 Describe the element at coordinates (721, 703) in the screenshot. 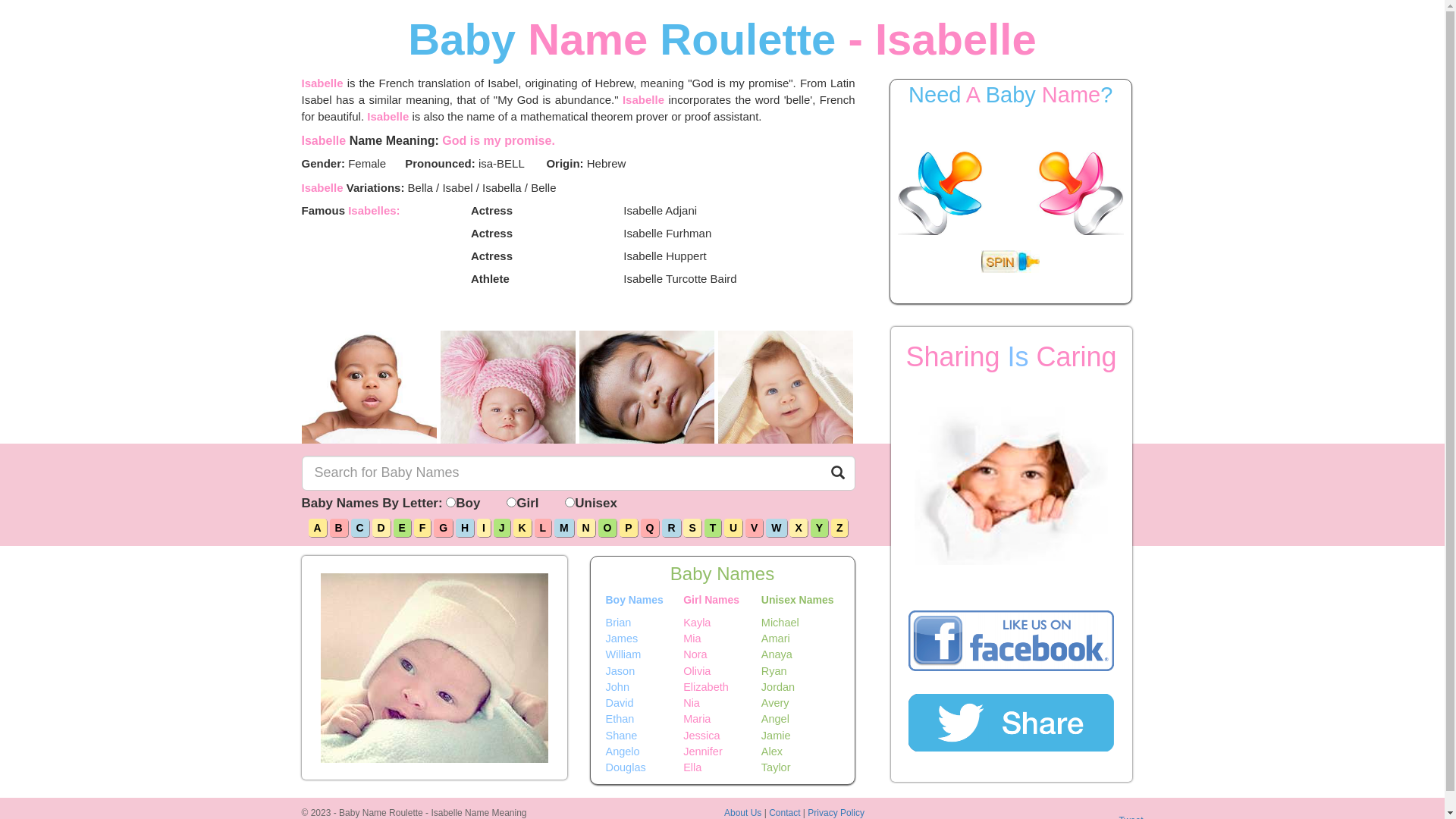

I see `'Nia'` at that location.